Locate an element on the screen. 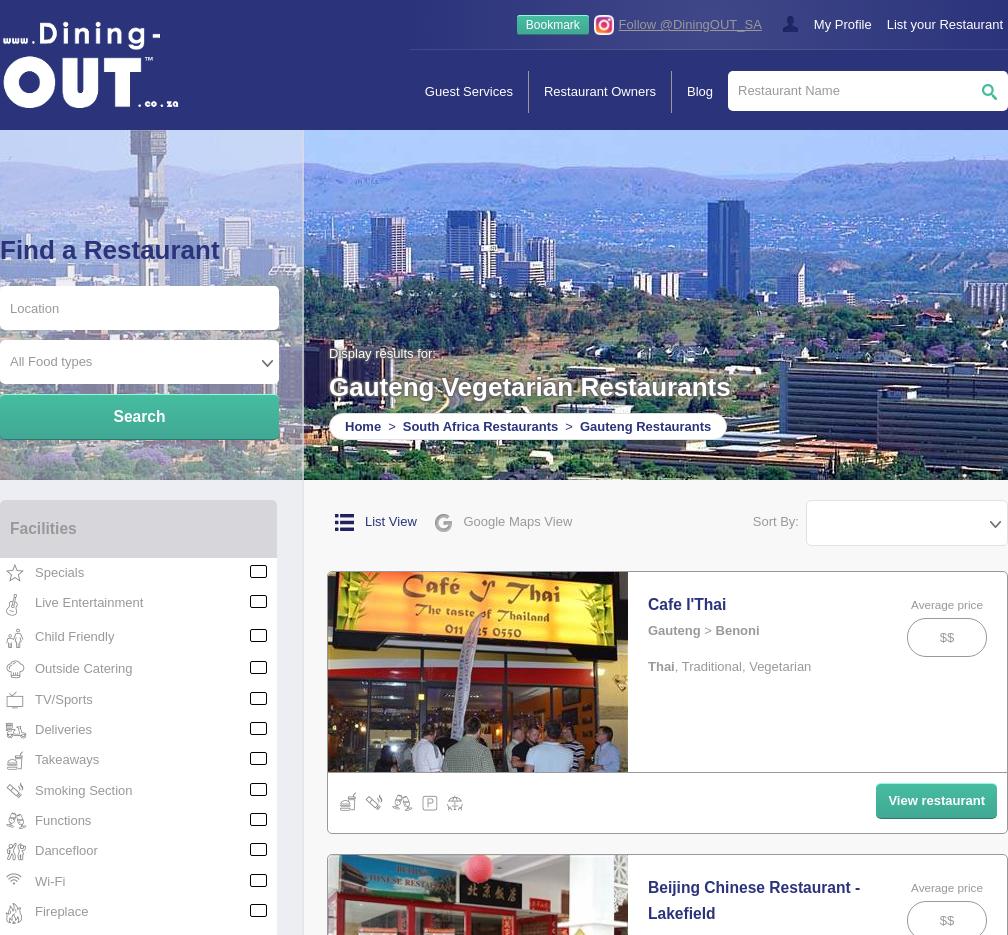 Image resolution: width=1008 pixels, height=935 pixels. 'Vegetarian' is located at coordinates (779, 666).